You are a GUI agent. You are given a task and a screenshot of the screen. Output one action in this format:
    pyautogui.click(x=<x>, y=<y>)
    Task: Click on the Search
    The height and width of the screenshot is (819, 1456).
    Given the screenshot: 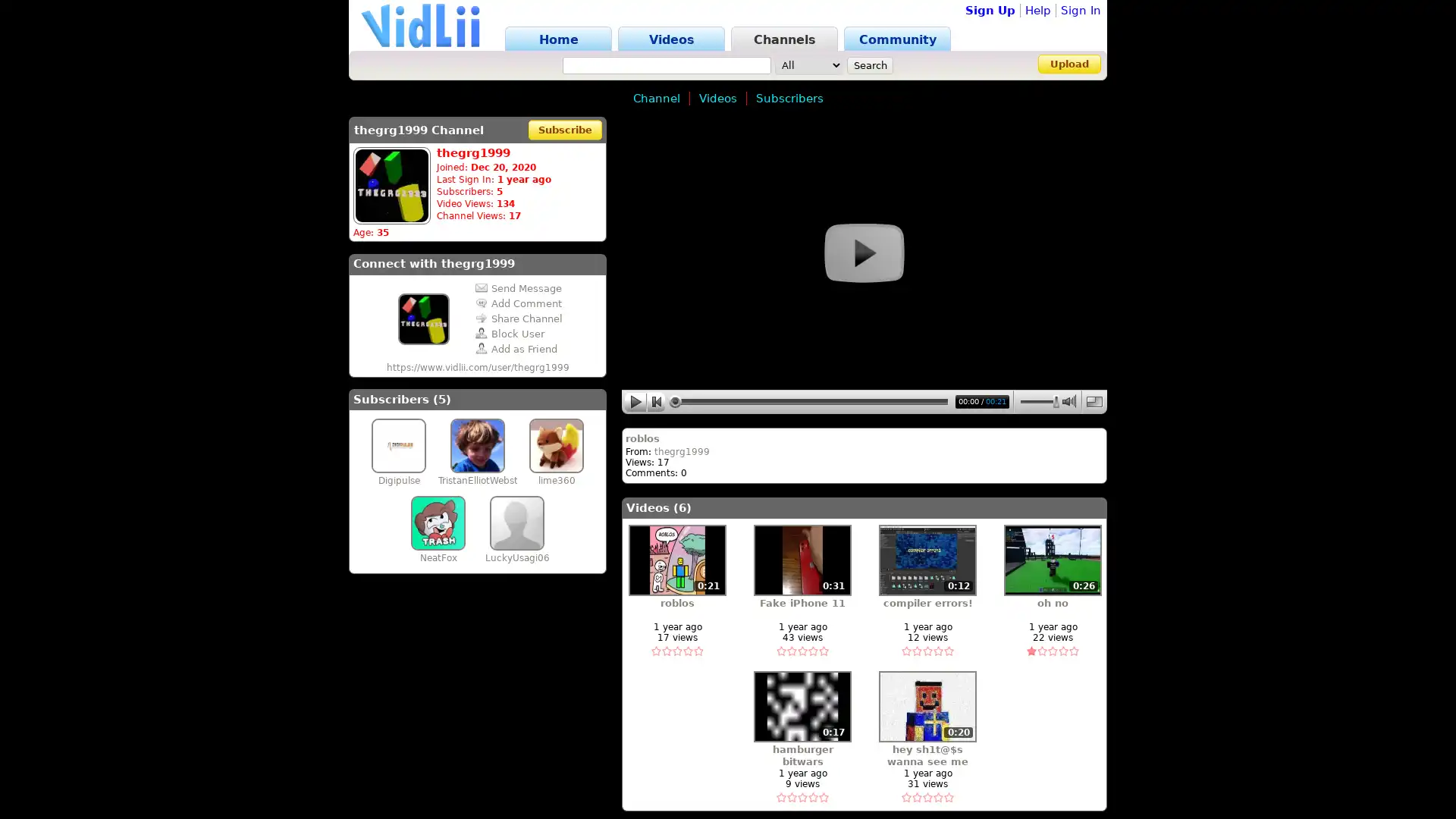 What is the action you would take?
    pyautogui.click(x=870, y=64)
    